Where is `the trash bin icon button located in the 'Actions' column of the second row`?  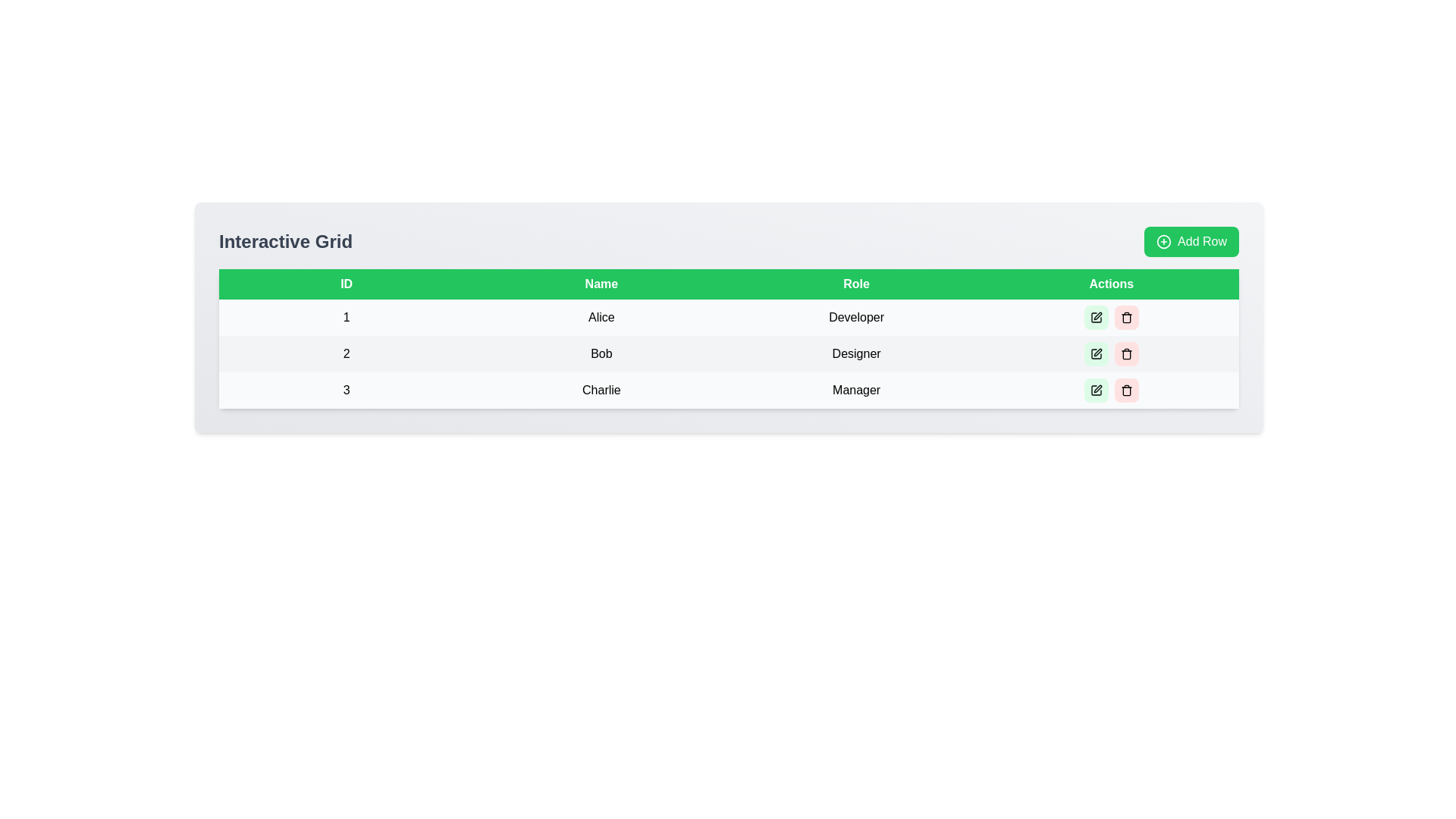 the trash bin icon button located in the 'Actions' column of the second row is located at coordinates (1126, 353).